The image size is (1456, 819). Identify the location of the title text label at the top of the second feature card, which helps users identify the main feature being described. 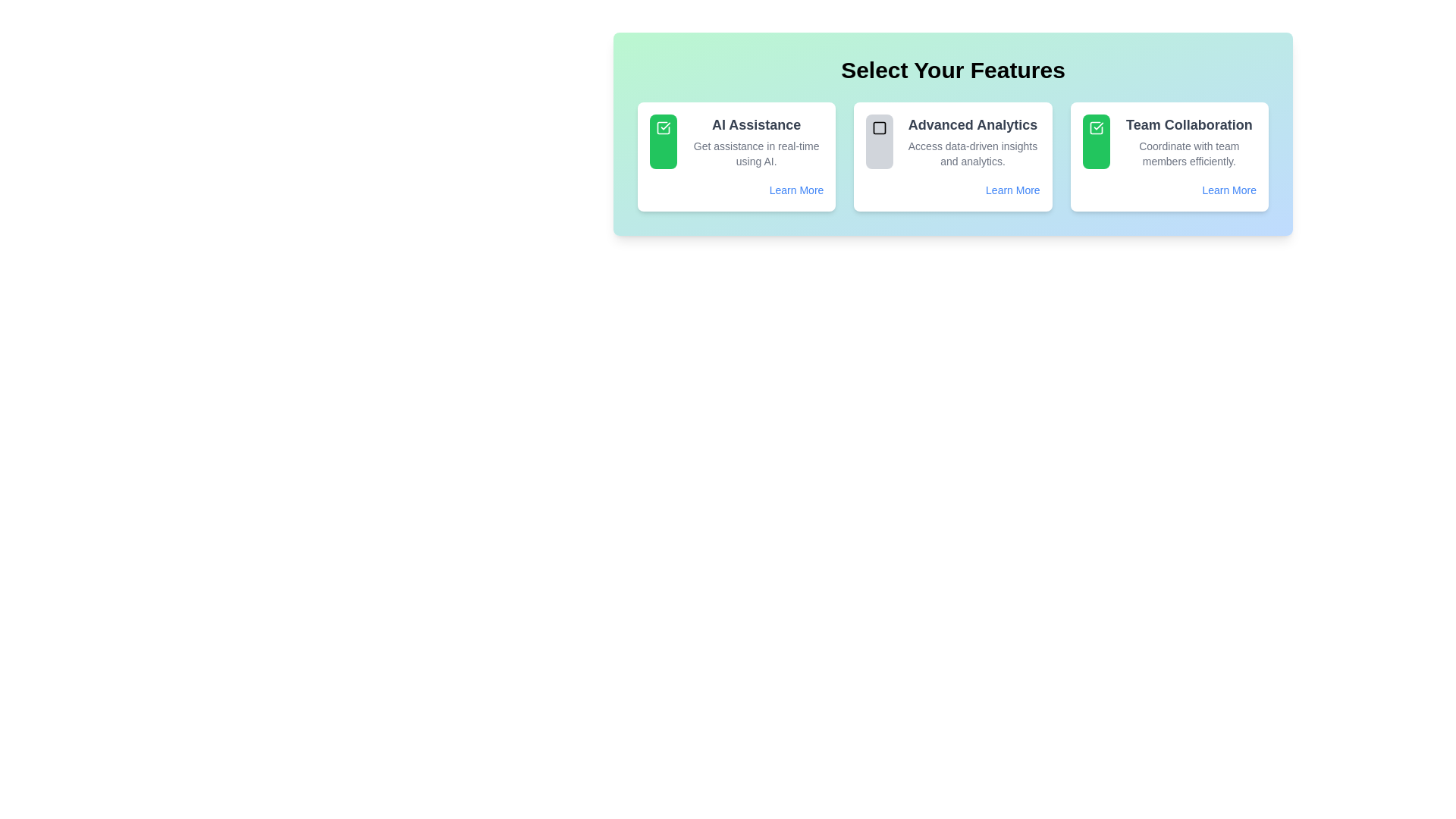
(972, 124).